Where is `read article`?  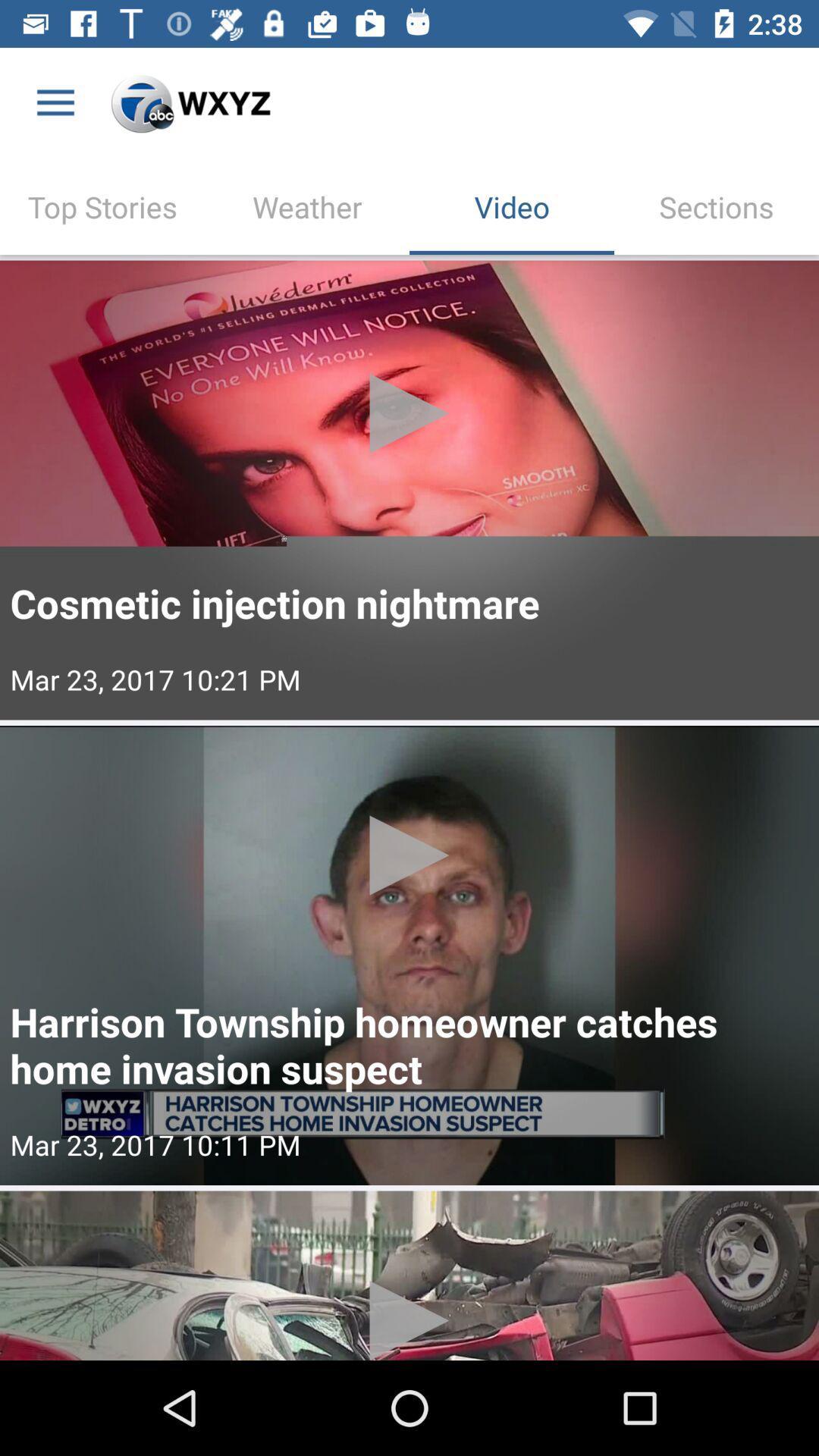 read article is located at coordinates (409, 1275).